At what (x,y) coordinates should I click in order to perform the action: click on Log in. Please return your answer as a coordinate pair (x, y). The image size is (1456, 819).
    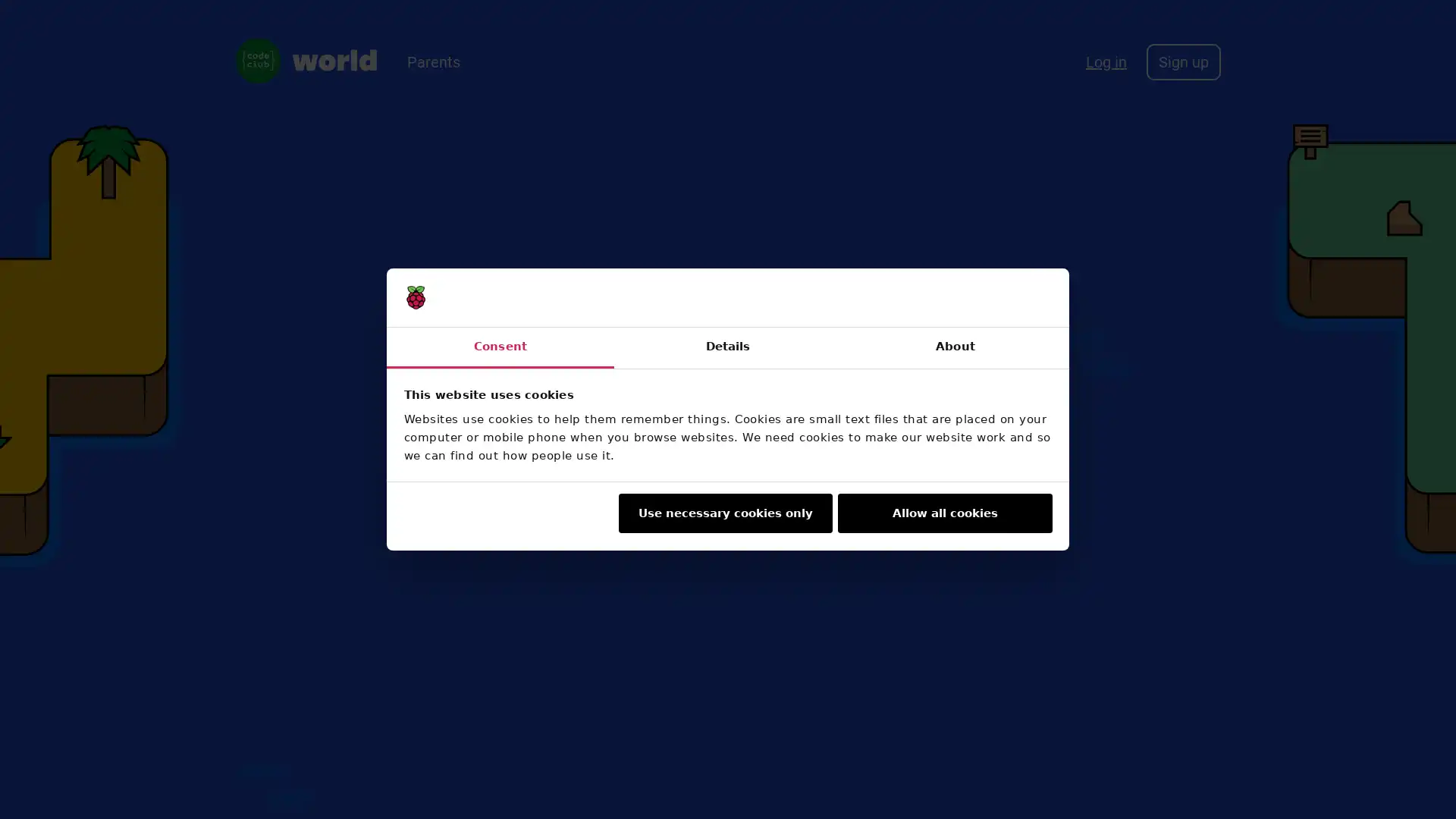
    Looking at the image, I should click on (1106, 61).